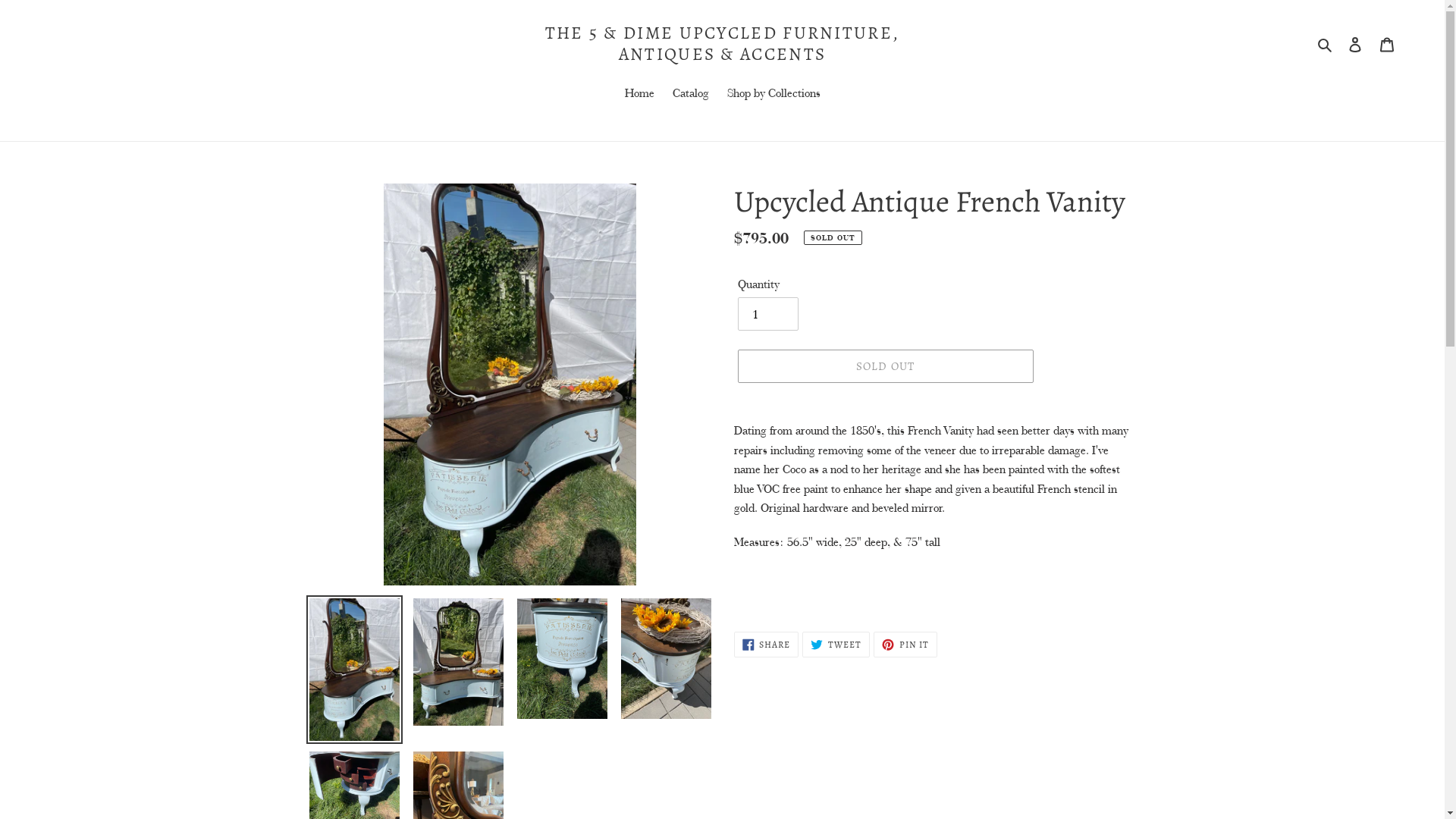 The height and width of the screenshot is (819, 1456). Describe the element at coordinates (1386, 42) in the screenshot. I see `'Cart'` at that location.